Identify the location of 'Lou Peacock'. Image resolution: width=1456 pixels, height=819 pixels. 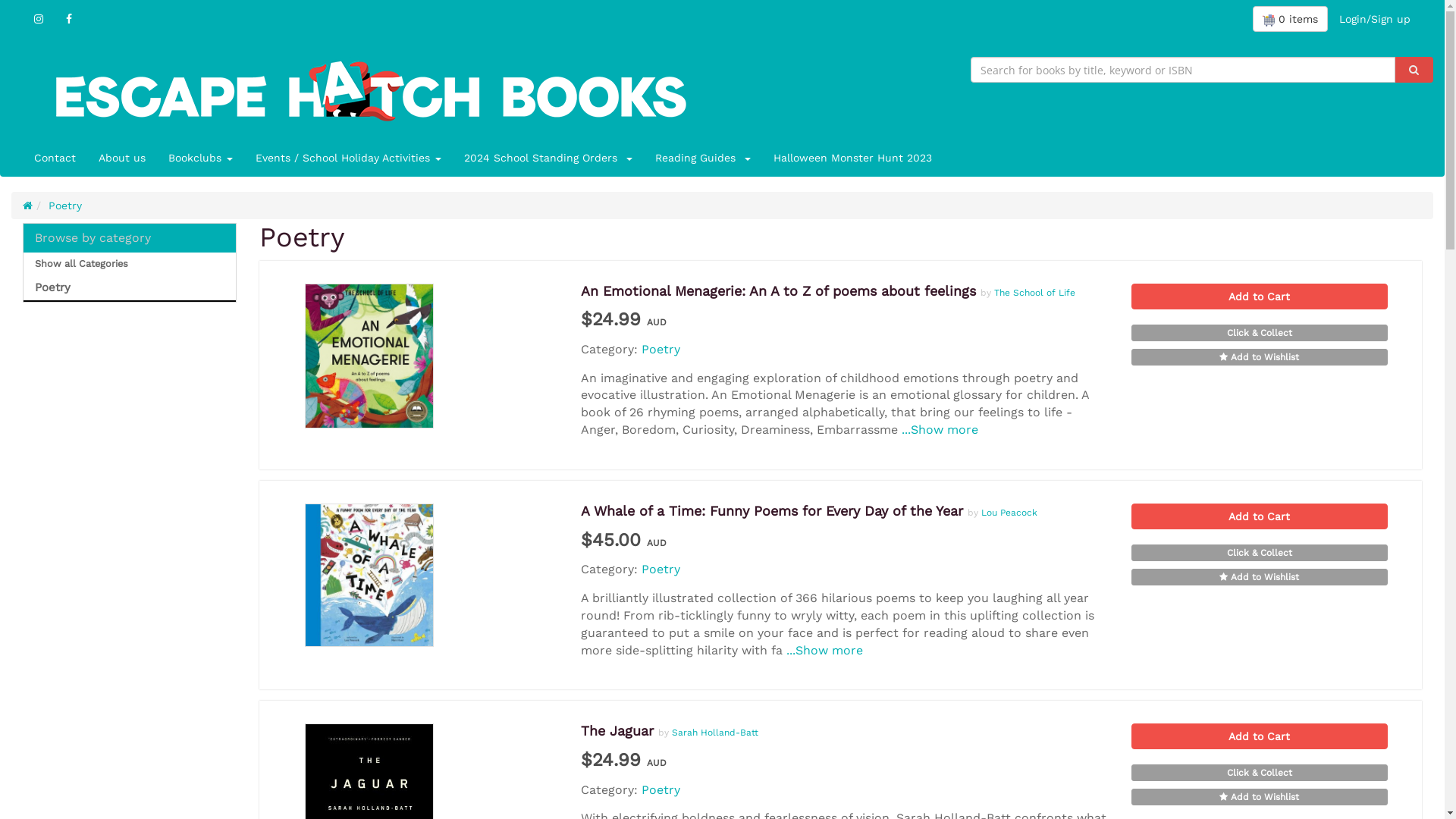
(1009, 512).